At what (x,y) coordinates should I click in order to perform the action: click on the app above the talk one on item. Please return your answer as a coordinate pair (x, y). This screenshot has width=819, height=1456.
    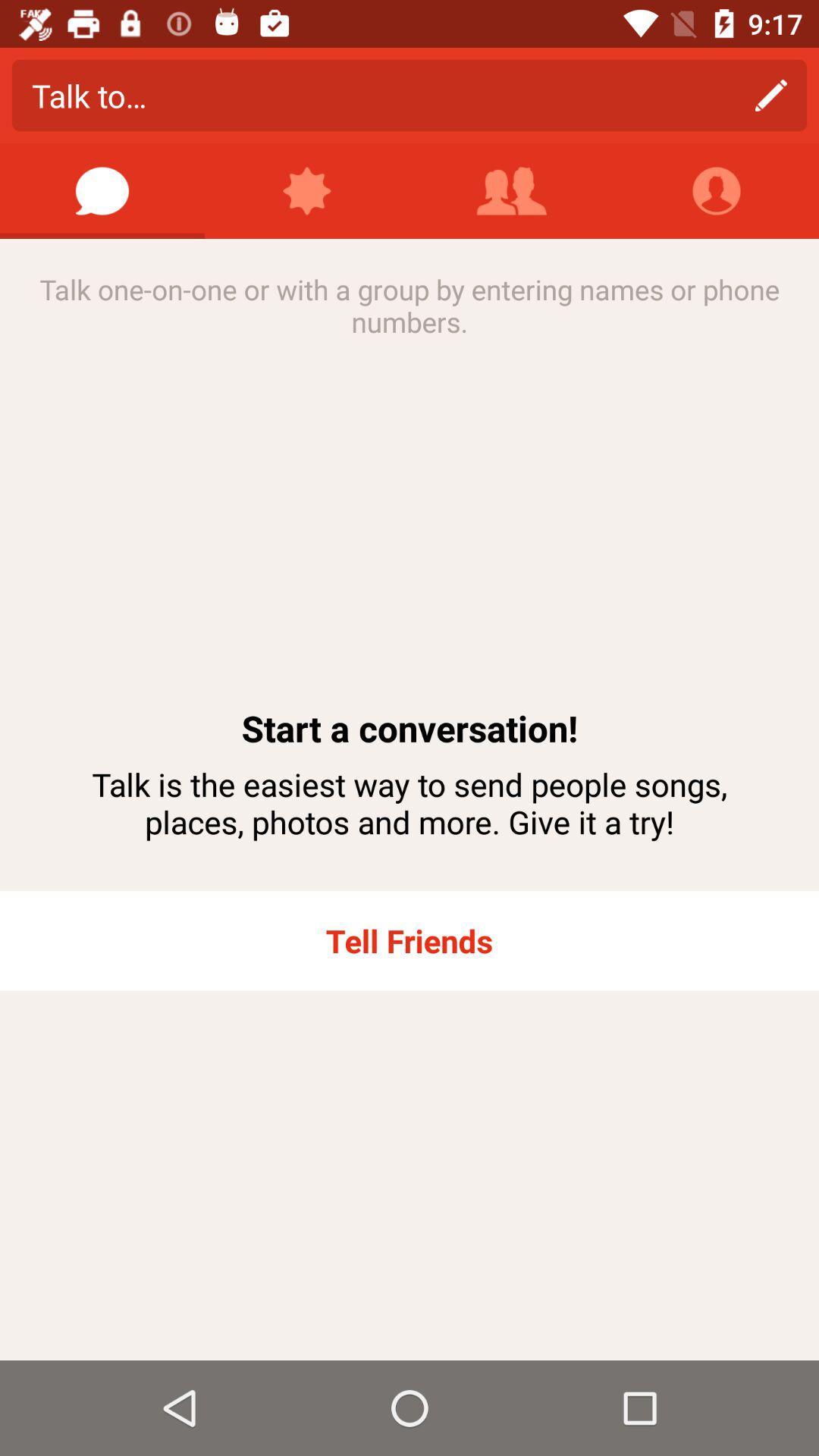
    Looking at the image, I should click on (717, 190).